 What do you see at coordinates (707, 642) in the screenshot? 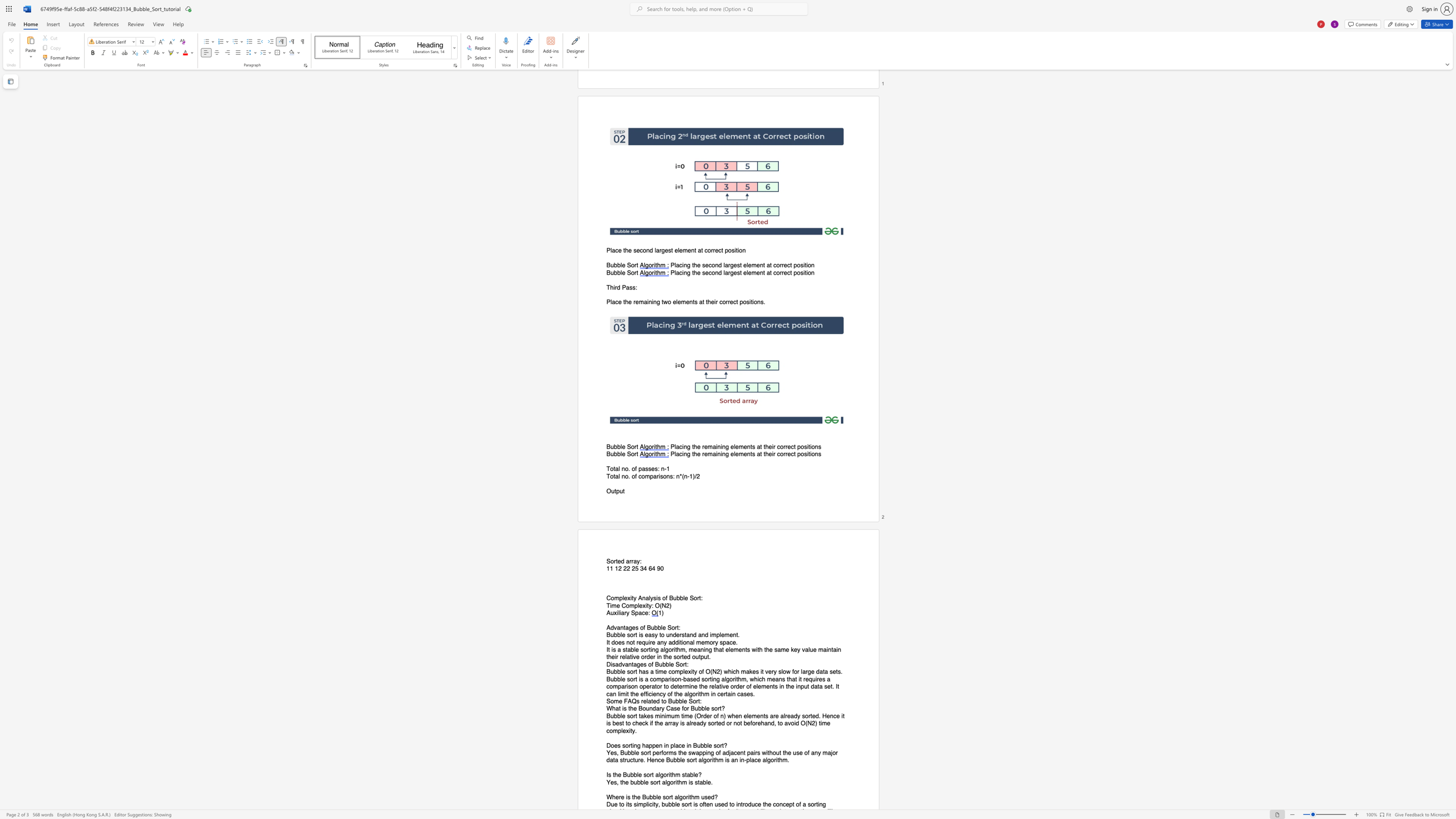
I see `the 2th character "m" in the text` at bounding box center [707, 642].